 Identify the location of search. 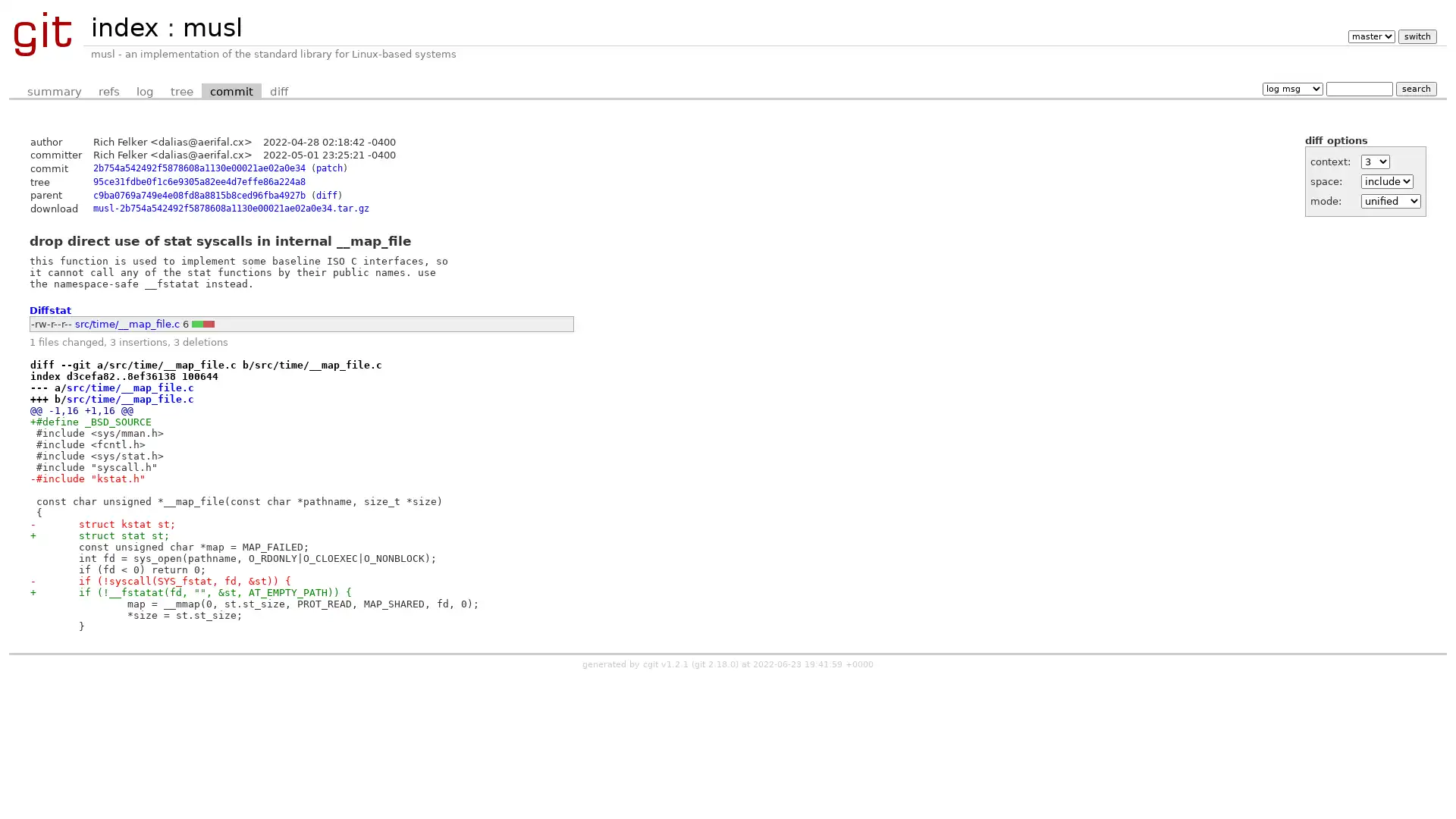
(1415, 88).